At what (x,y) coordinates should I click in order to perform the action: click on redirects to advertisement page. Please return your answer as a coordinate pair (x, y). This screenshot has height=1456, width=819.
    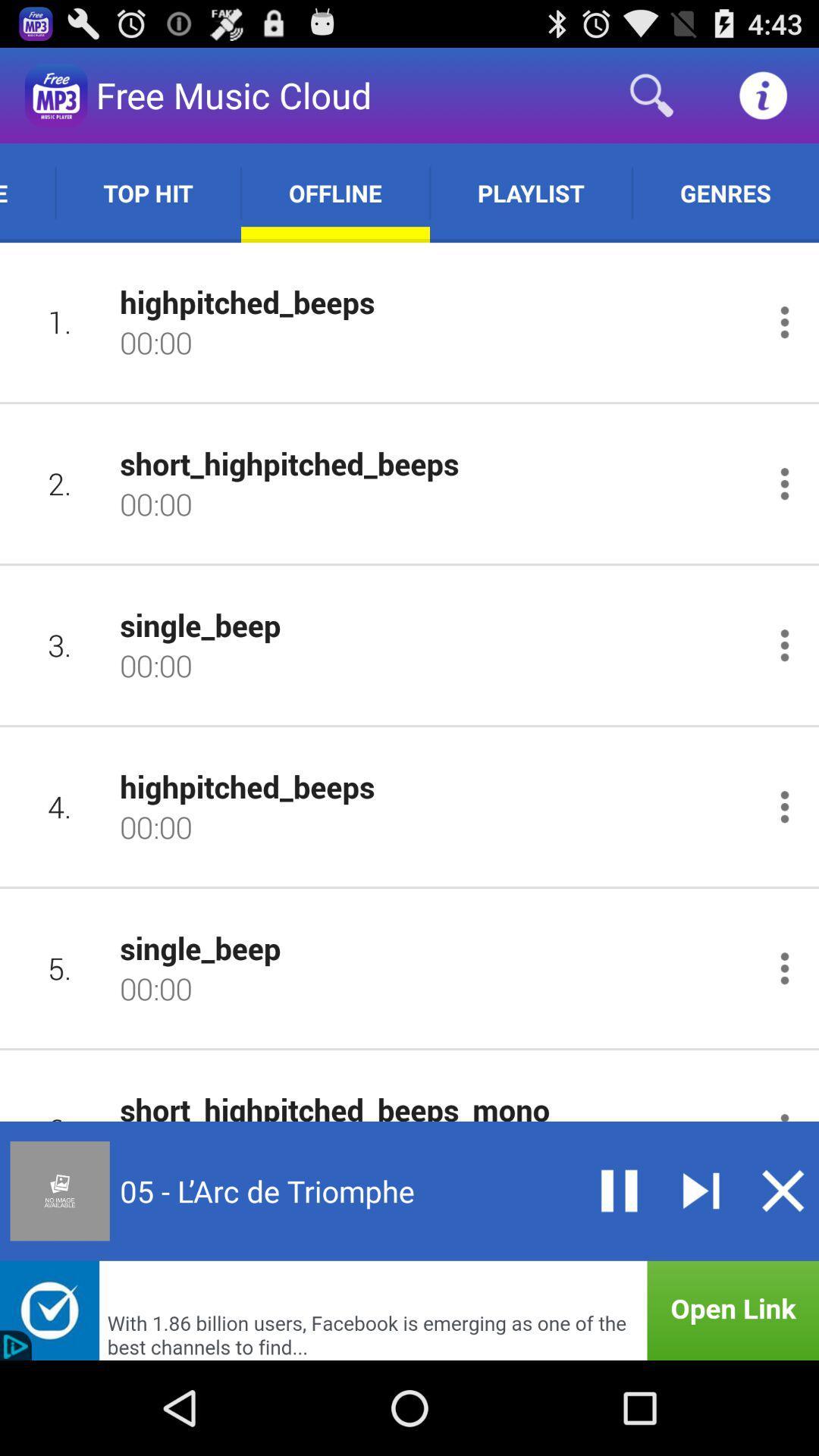
    Looking at the image, I should click on (409, 1310).